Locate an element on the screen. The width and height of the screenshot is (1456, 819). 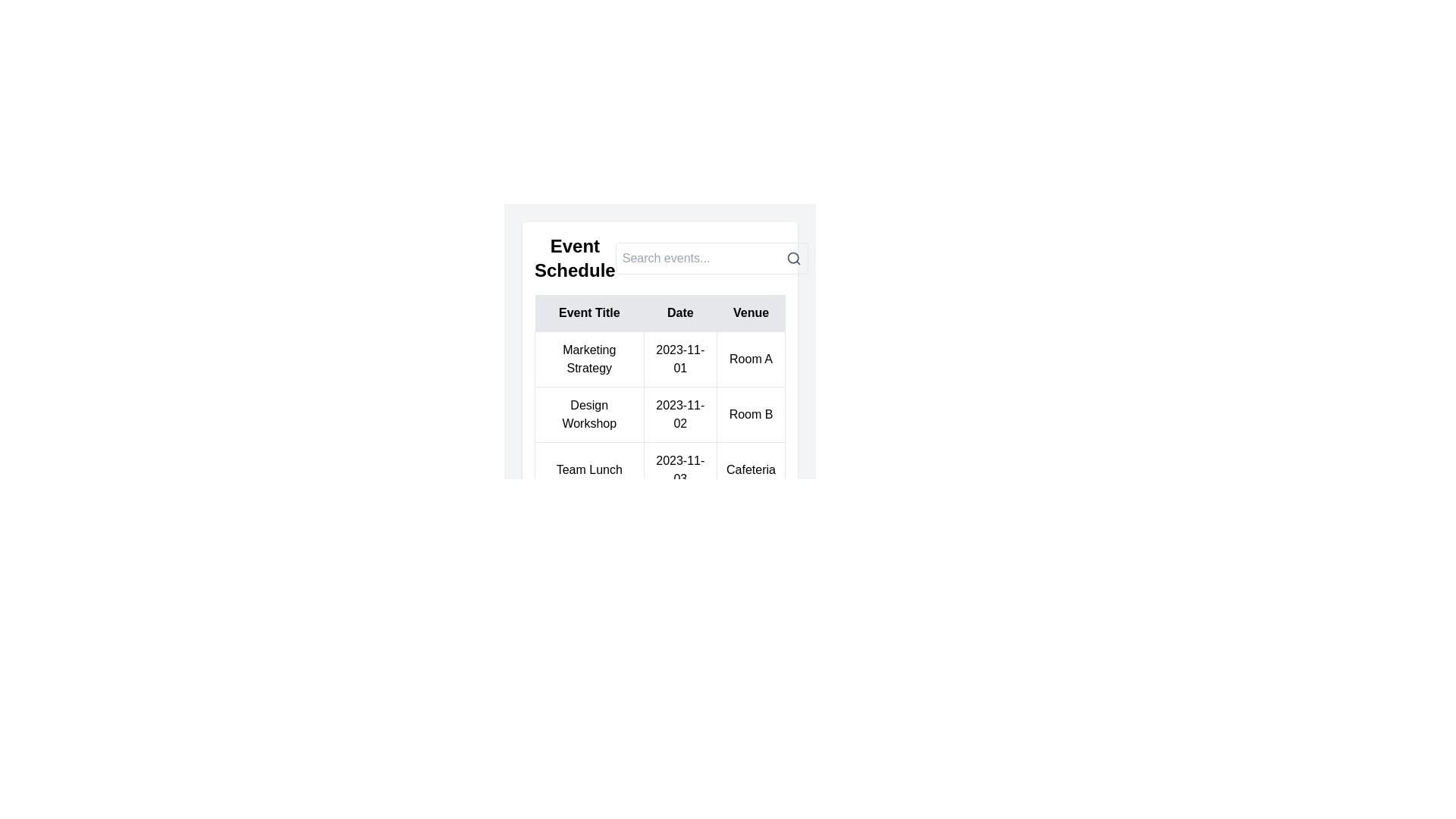
the search icon located immediately to the right of the text input field labeled 'Search events...' to initiate a search is located at coordinates (792, 257).